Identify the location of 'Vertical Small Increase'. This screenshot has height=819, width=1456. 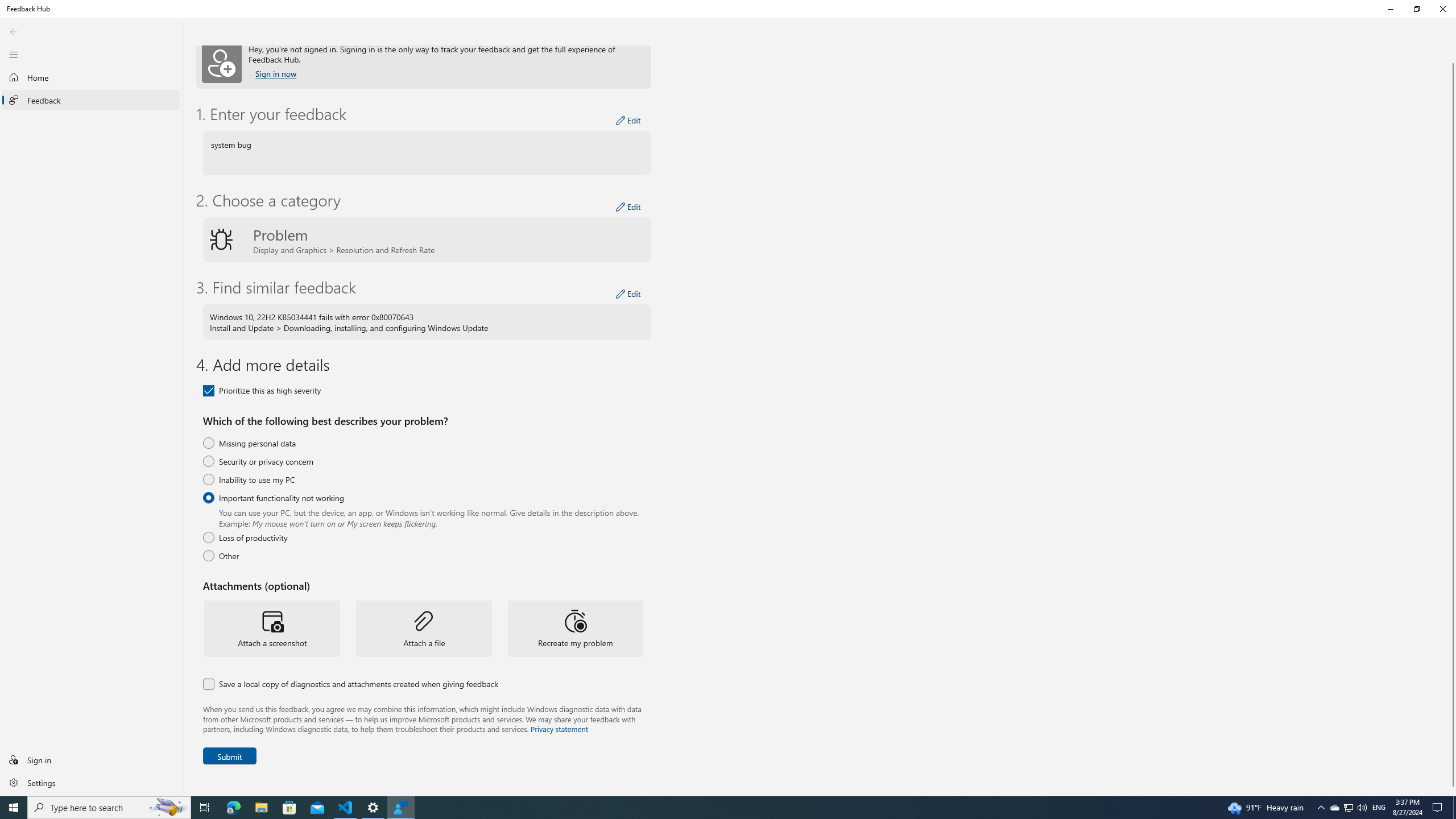
(1439, 806).